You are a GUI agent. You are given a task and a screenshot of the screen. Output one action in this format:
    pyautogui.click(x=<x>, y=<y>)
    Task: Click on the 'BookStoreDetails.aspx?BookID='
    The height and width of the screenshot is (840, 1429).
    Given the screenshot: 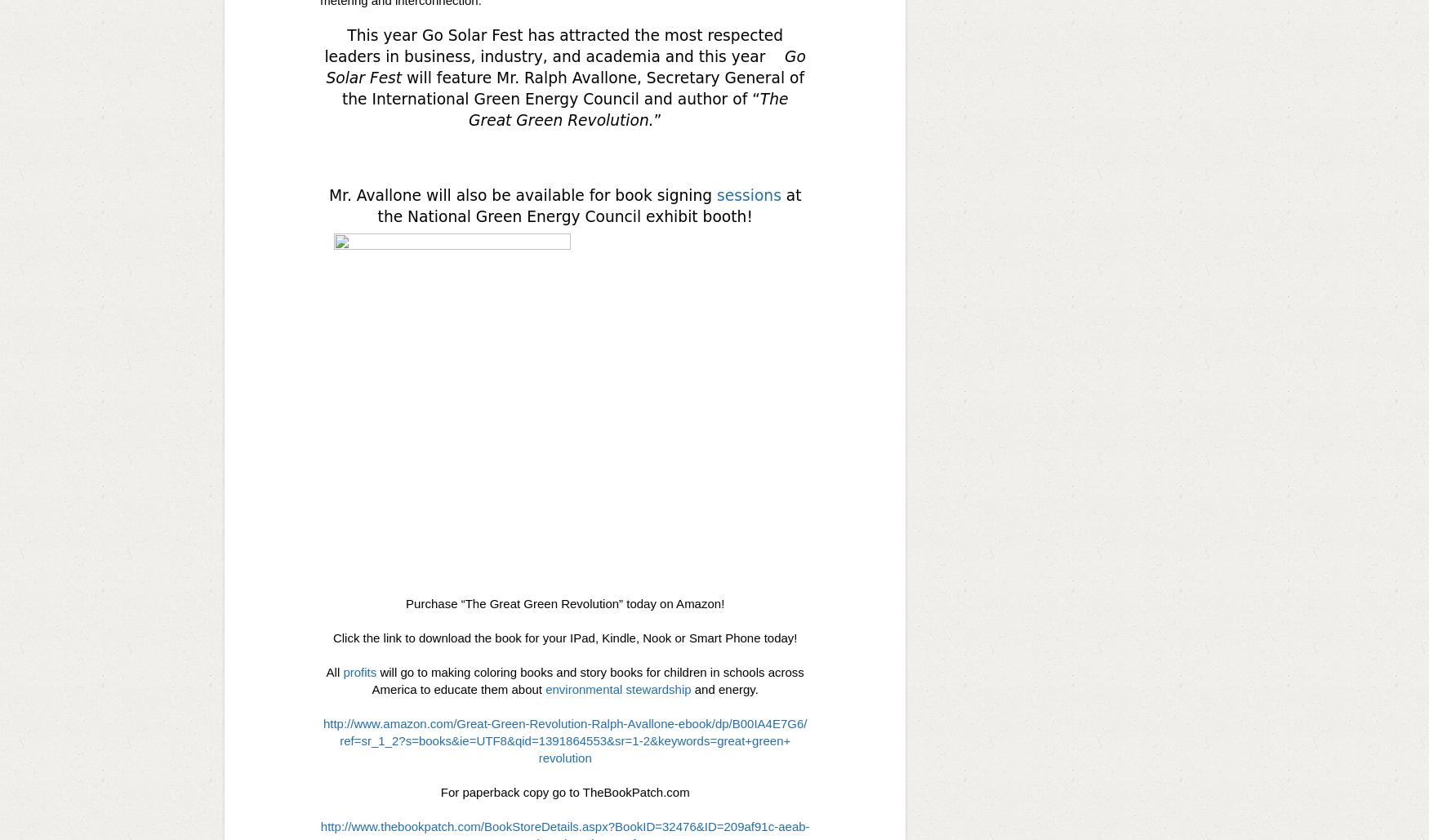 What is the action you would take?
    pyautogui.click(x=572, y=824)
    